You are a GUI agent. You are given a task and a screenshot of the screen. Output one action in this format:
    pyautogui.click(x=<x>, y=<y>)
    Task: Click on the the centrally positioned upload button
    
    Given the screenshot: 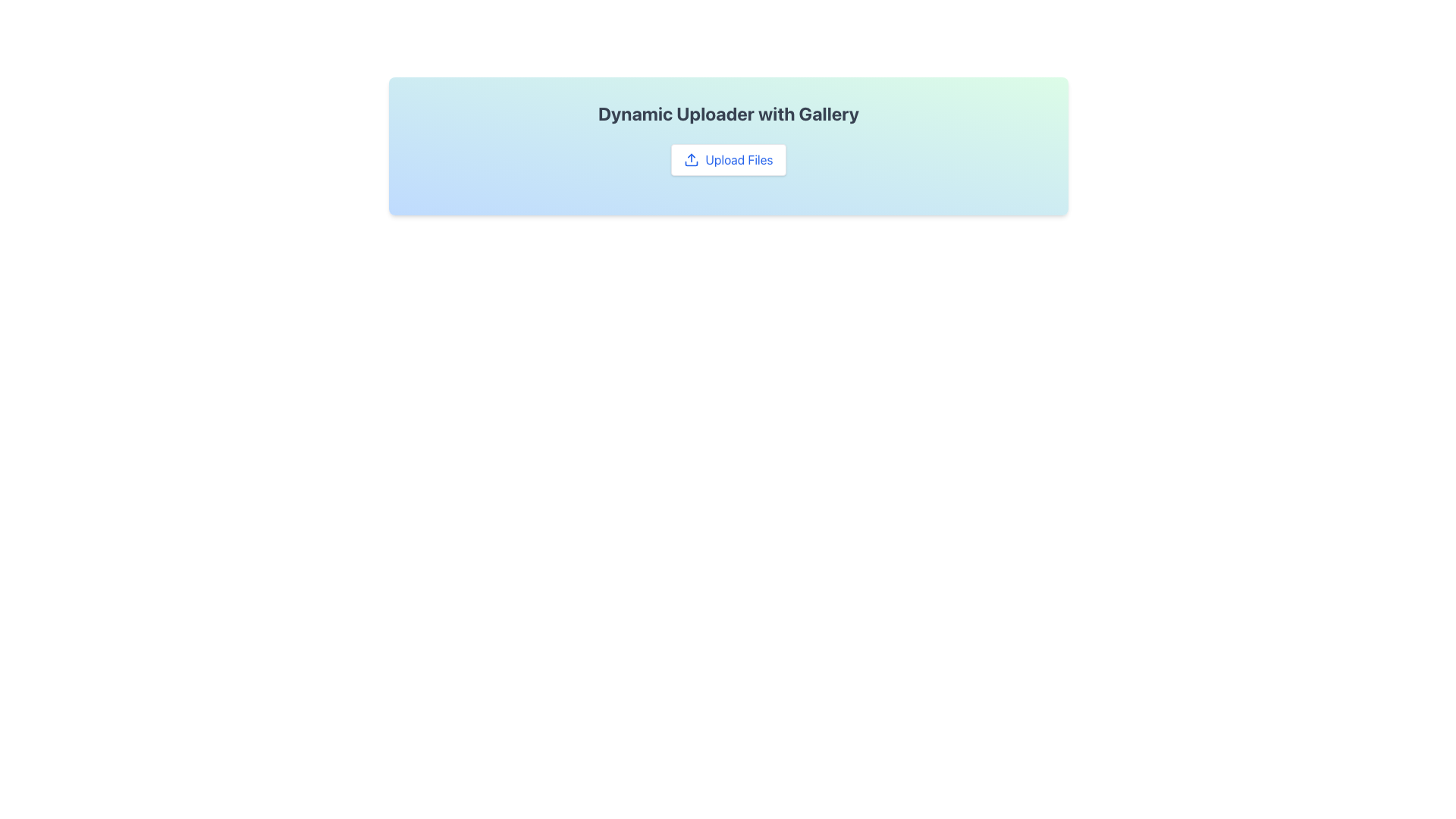 What is the action you would take?
    pyautogui.click(x=728, y=160)
    